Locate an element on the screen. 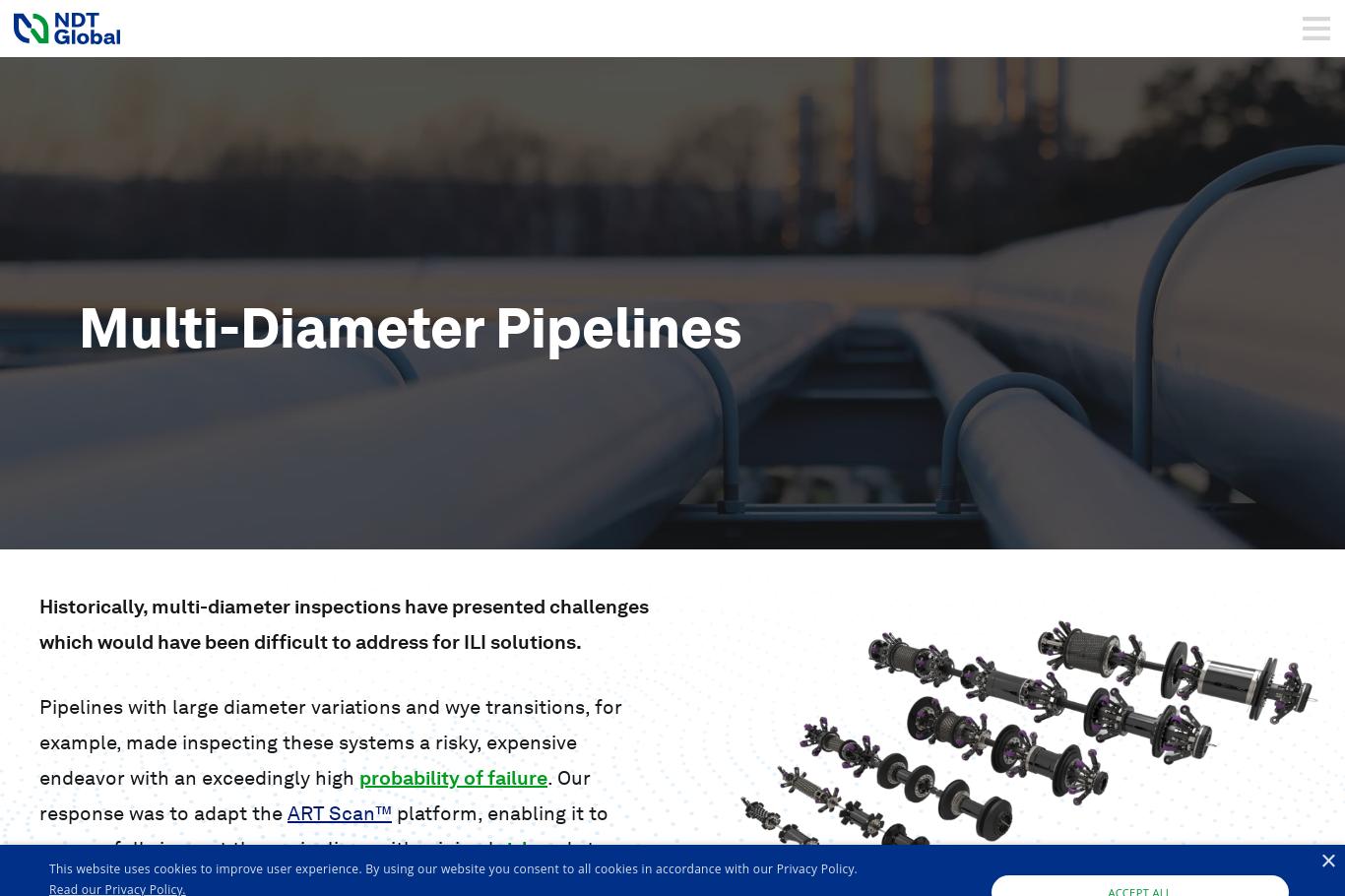  '. Our response was to adapt the' is located at coordinates (315, 794).